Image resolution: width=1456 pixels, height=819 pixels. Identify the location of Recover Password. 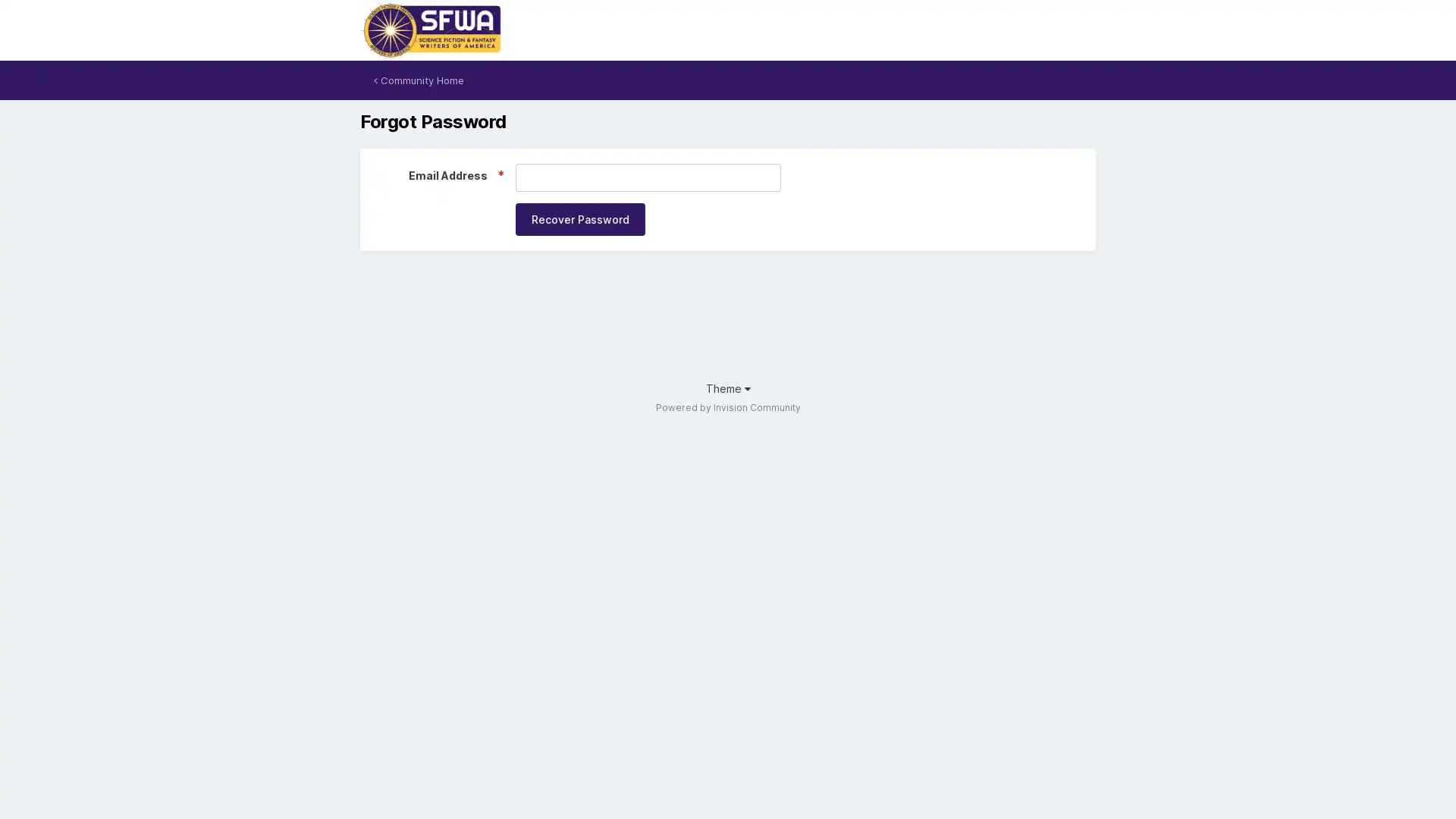
(579, 219).